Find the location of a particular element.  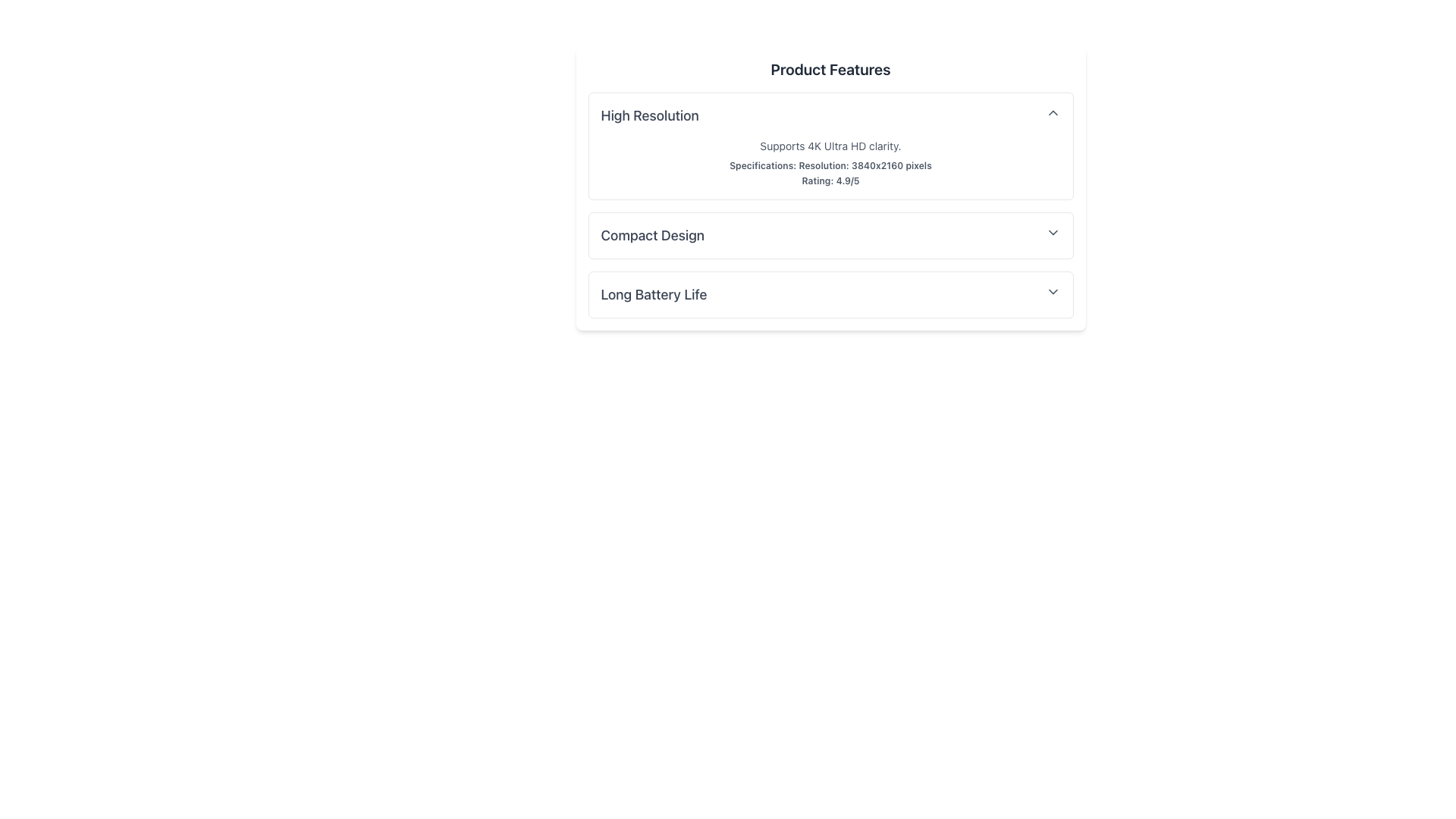

the interactive expandable or collapsible list item for 'Compact Design' located in the center section of the list under 'Product Features' is located at coordinates (830, 236).